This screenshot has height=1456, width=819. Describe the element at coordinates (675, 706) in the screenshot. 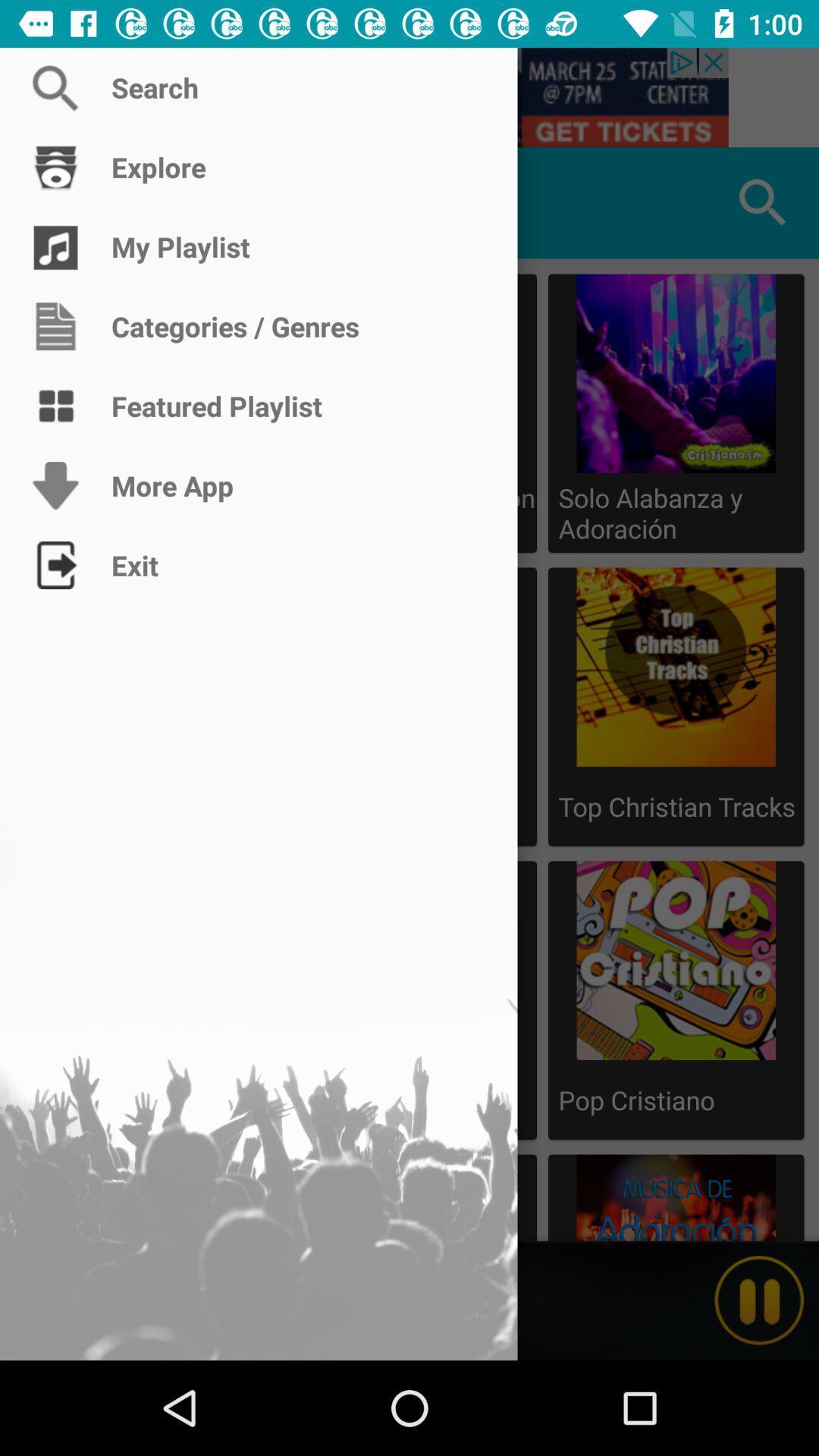

I see `second image from search buttontop` at that location.